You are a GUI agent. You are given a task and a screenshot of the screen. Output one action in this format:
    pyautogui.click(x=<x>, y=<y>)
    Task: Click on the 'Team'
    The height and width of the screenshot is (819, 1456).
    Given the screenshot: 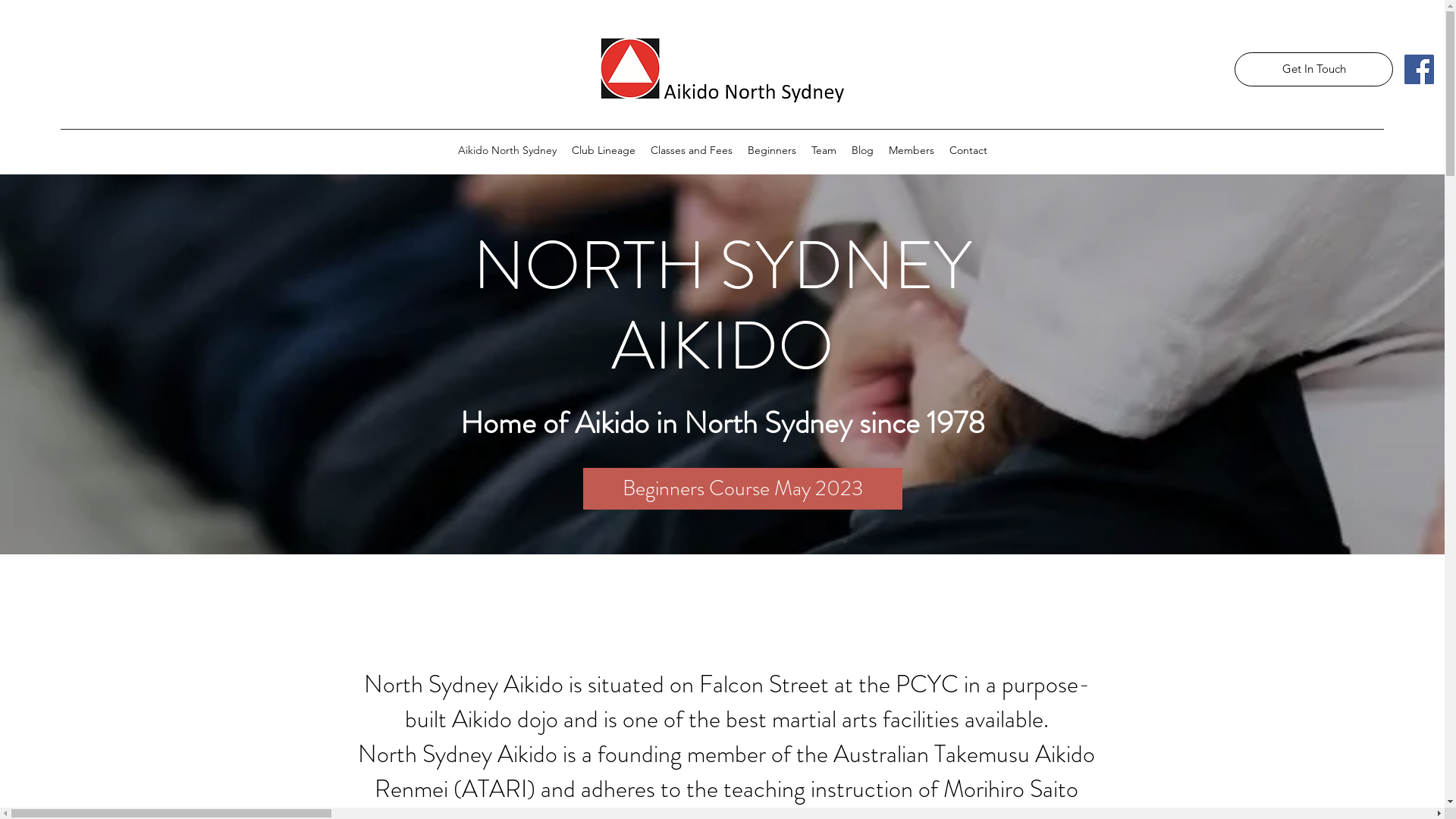 What is the action you would take?
    pyautogui.click(x=823, y=150)
    